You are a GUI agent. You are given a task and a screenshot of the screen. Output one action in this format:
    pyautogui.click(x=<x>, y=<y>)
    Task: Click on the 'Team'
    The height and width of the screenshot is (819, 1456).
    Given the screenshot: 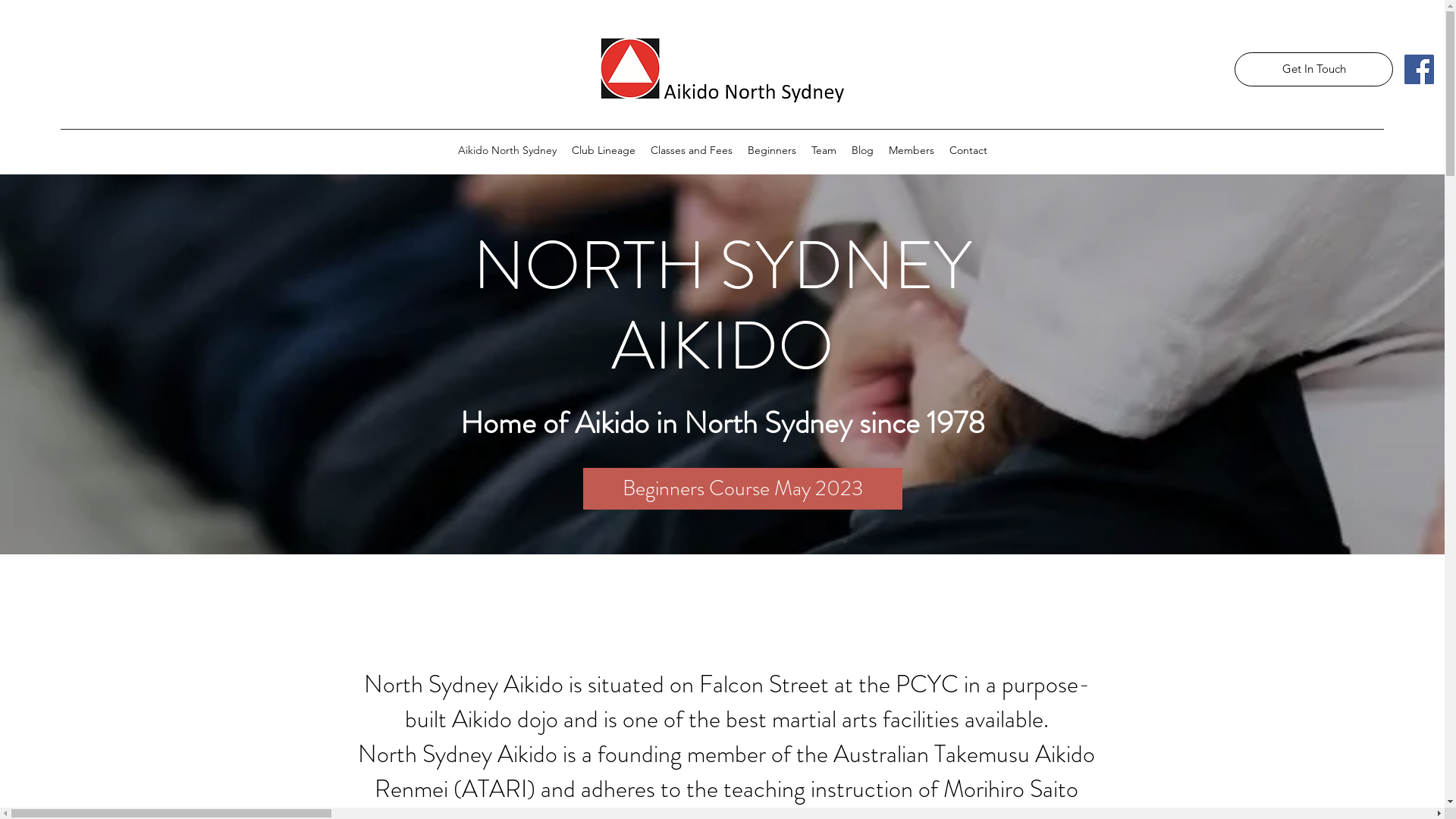 What is the action you would take?
    pyautogui.click(x=823, y=150)
    